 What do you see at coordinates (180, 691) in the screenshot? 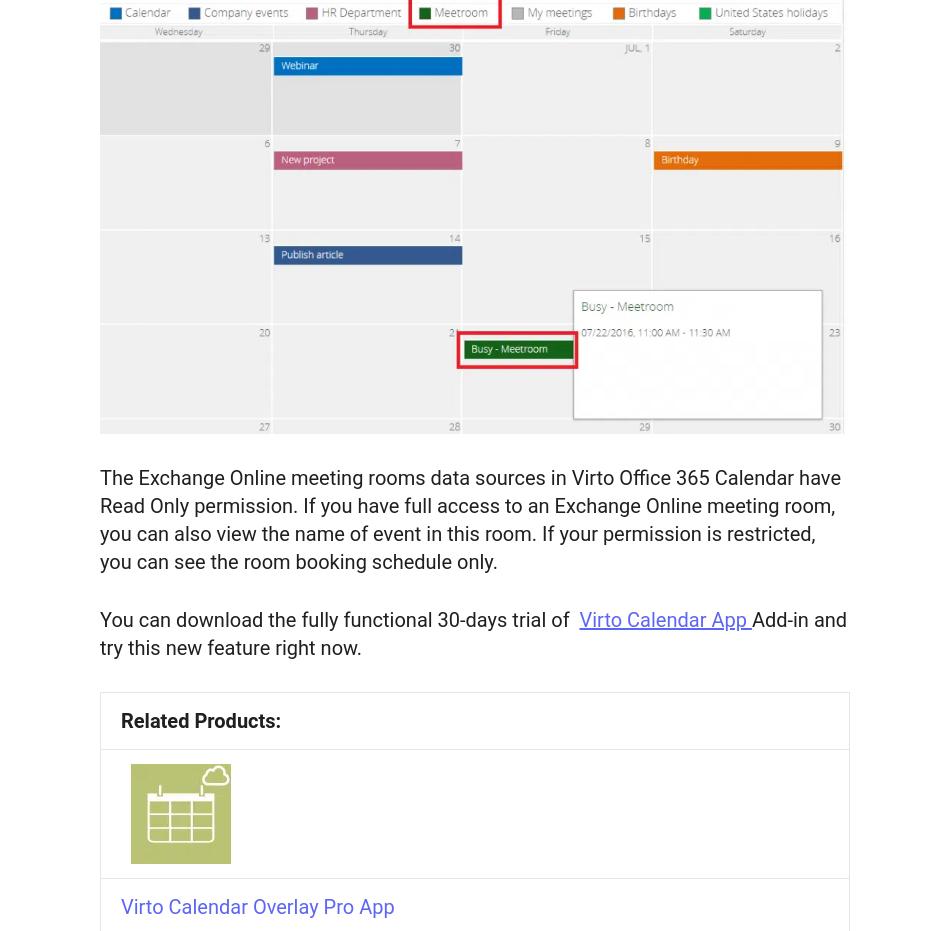
I see `'SharePoint Calendar: How to Create or Add'` at bounding box center [180, 691].